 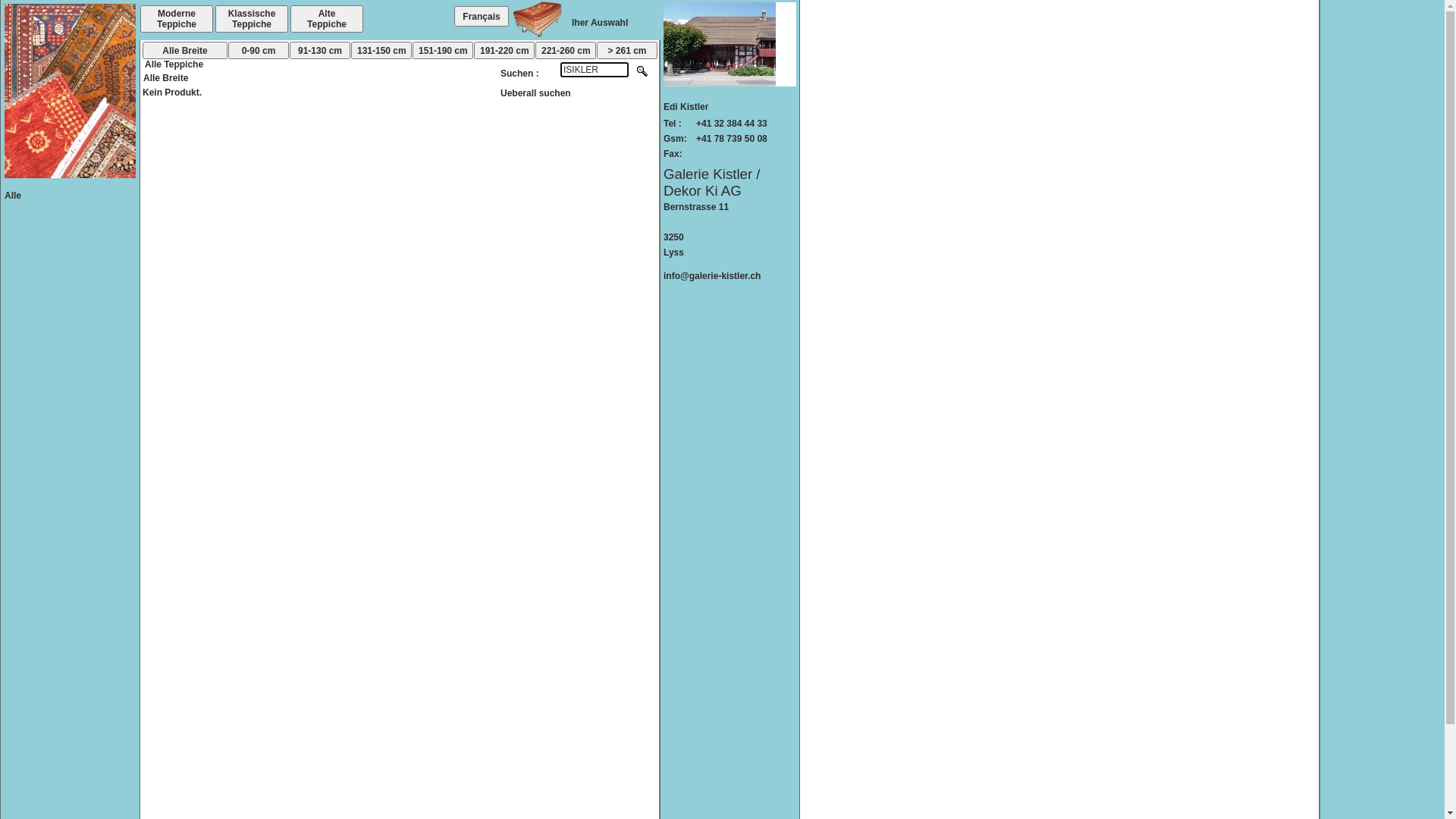 What do you see at coordinates (504, 49) in the screenshot?
I see `'191-220 cm'` at bounding box center [504, 49].